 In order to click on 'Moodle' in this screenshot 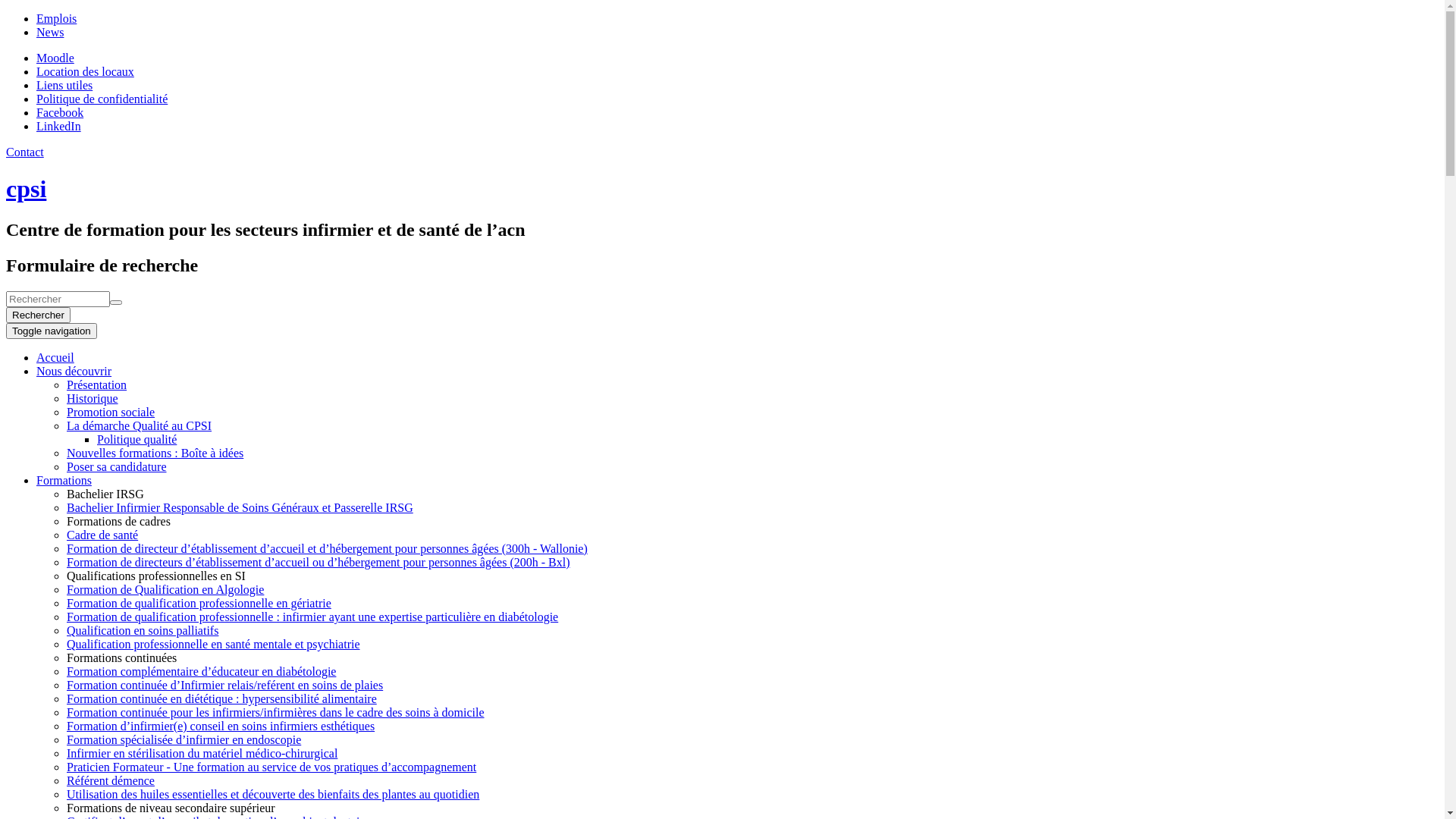, I will do `click(55, 57)`.